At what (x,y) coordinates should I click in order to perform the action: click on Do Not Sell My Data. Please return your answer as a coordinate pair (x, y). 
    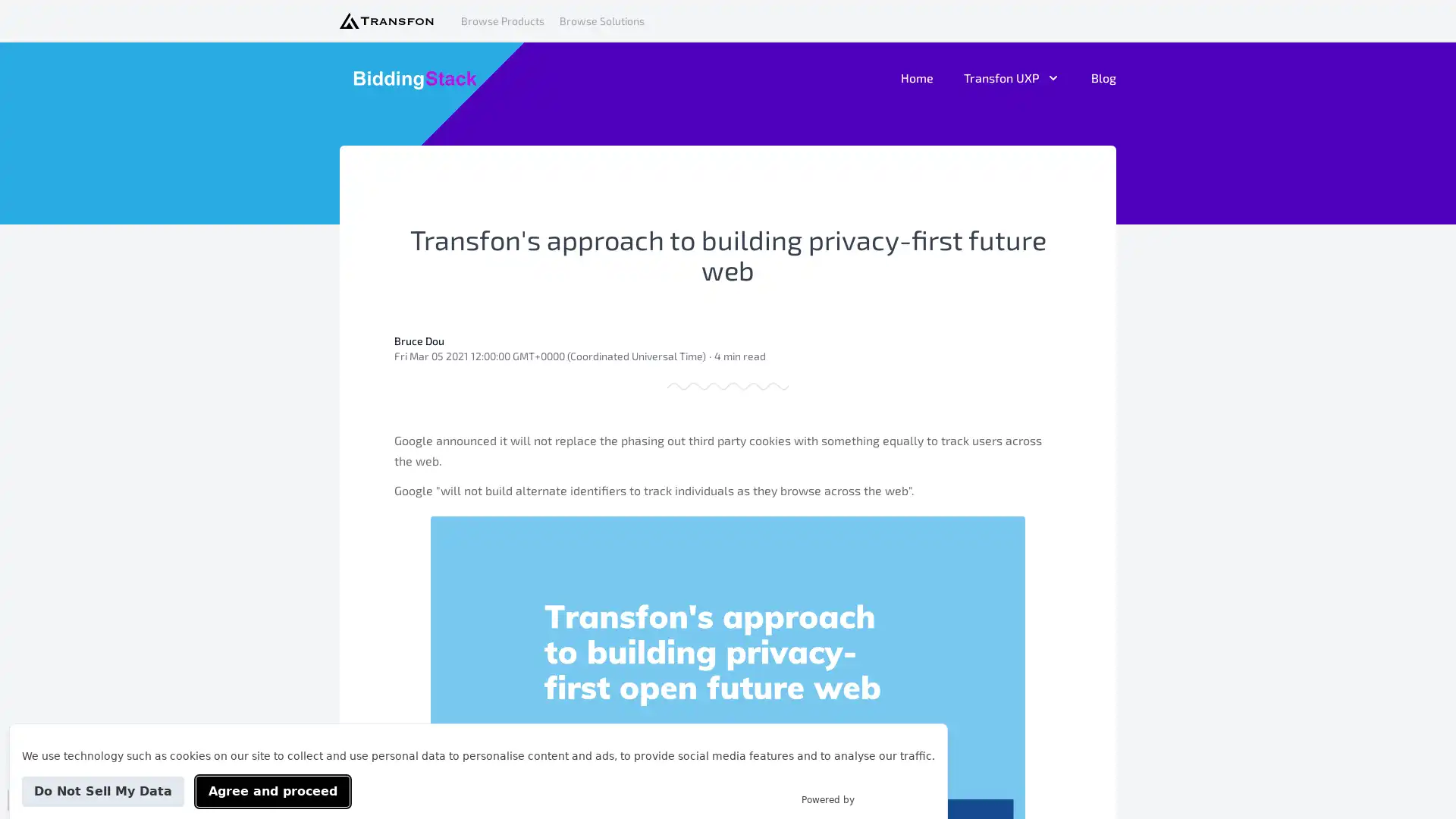
    Looking at the image, I should click on (102, 791).